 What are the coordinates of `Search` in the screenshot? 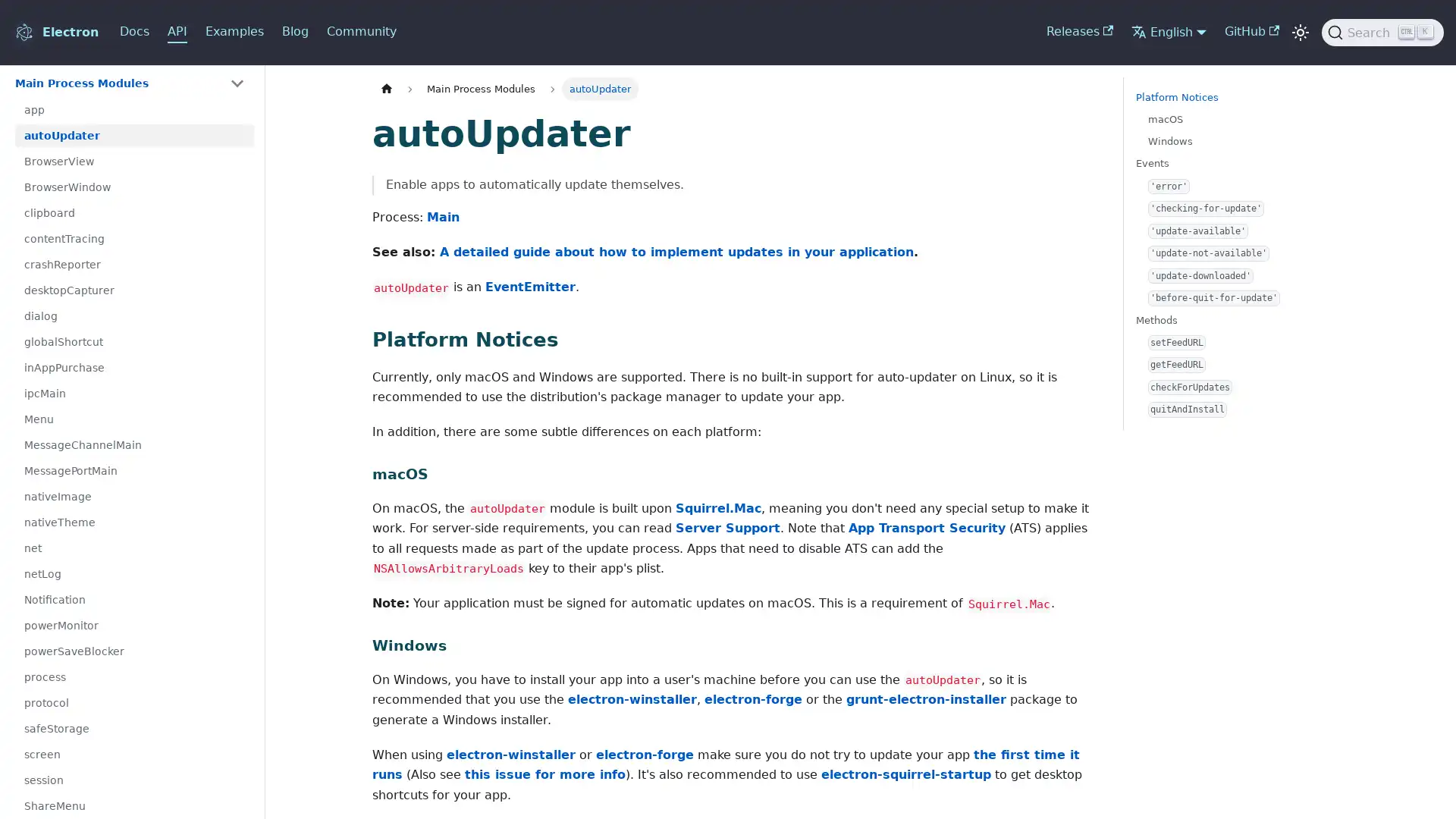 It's located at (1382, 32).